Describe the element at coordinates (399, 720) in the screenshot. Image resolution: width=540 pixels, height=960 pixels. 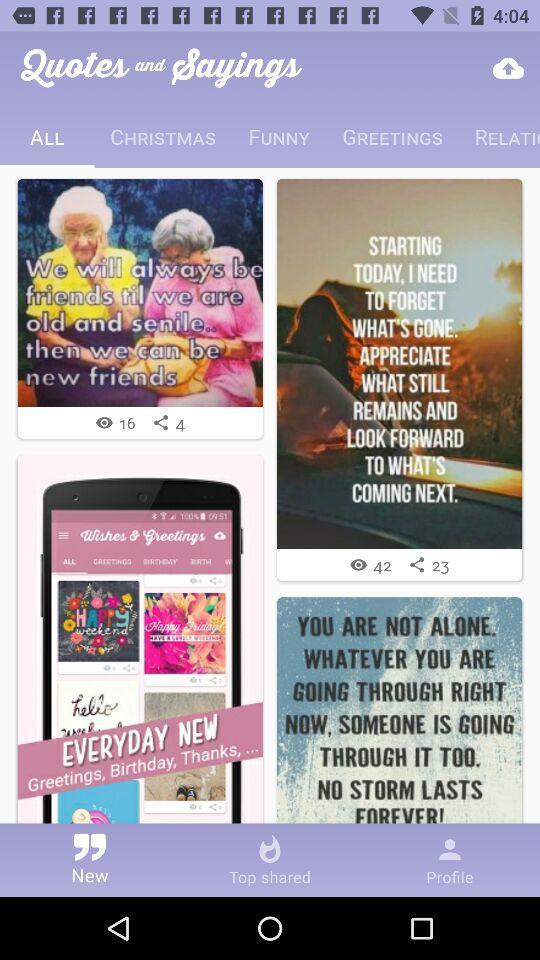
I see `image` at that location.